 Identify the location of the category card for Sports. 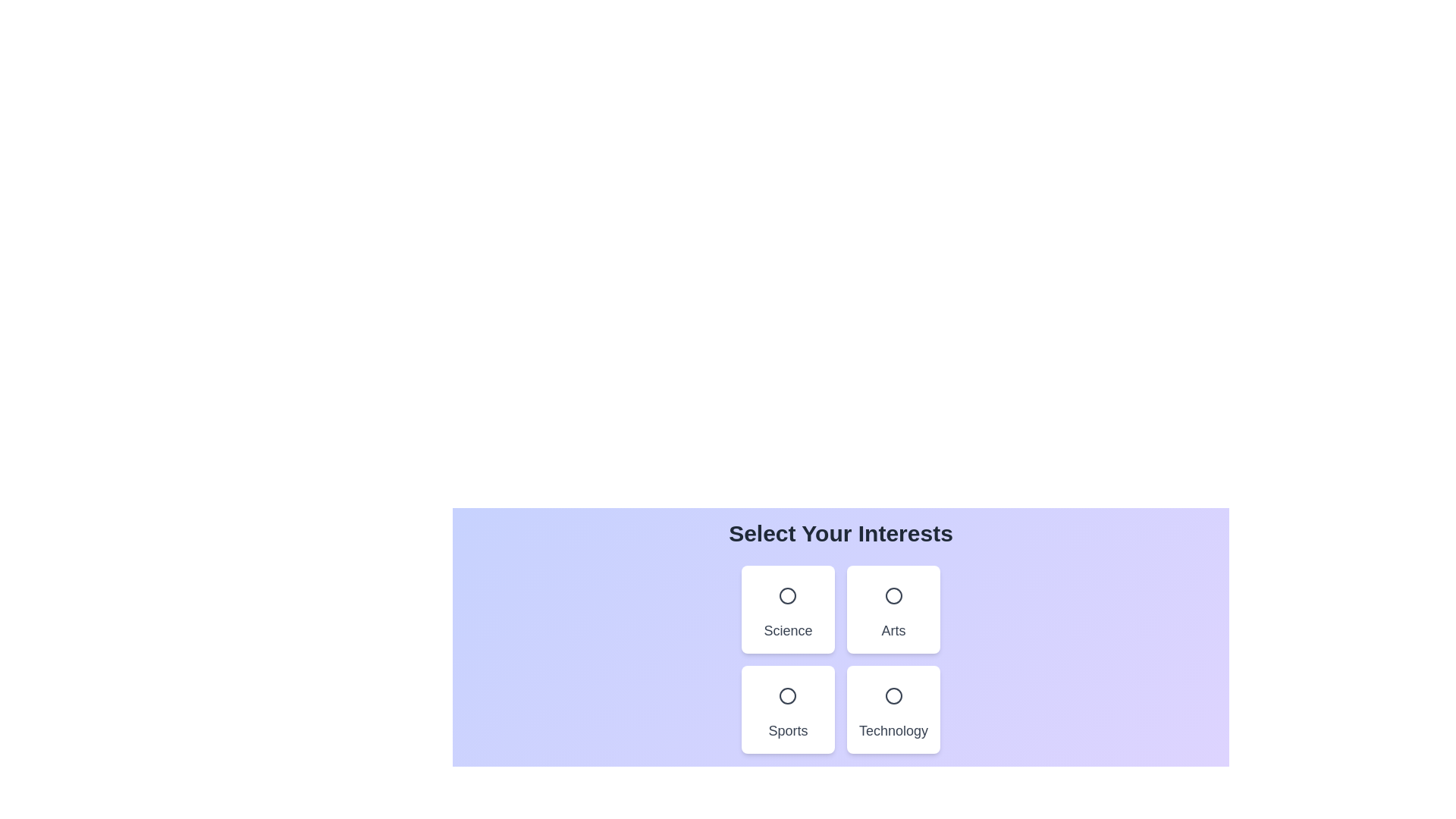
(787, 710).